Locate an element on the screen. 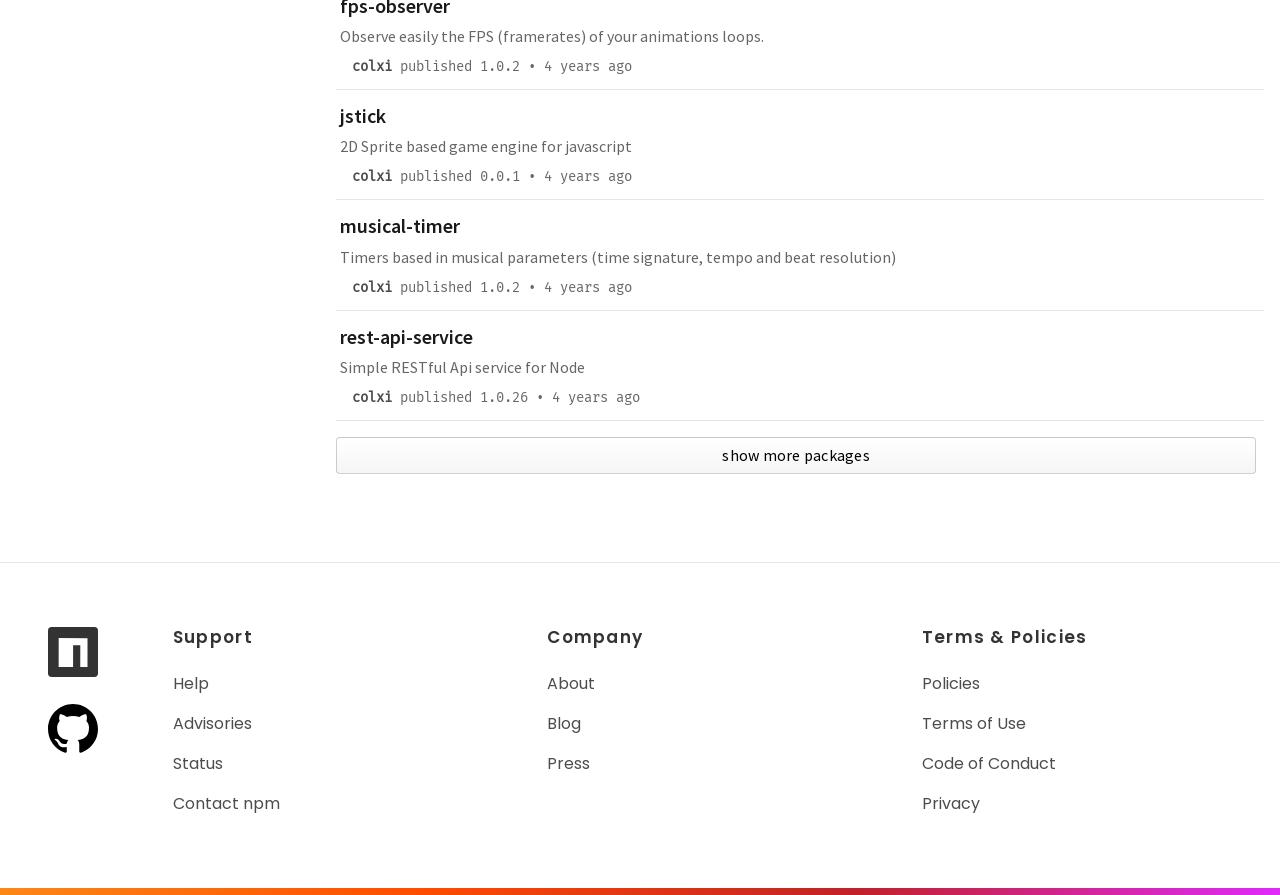  'Advisories' is located at coordinates (211, 722).